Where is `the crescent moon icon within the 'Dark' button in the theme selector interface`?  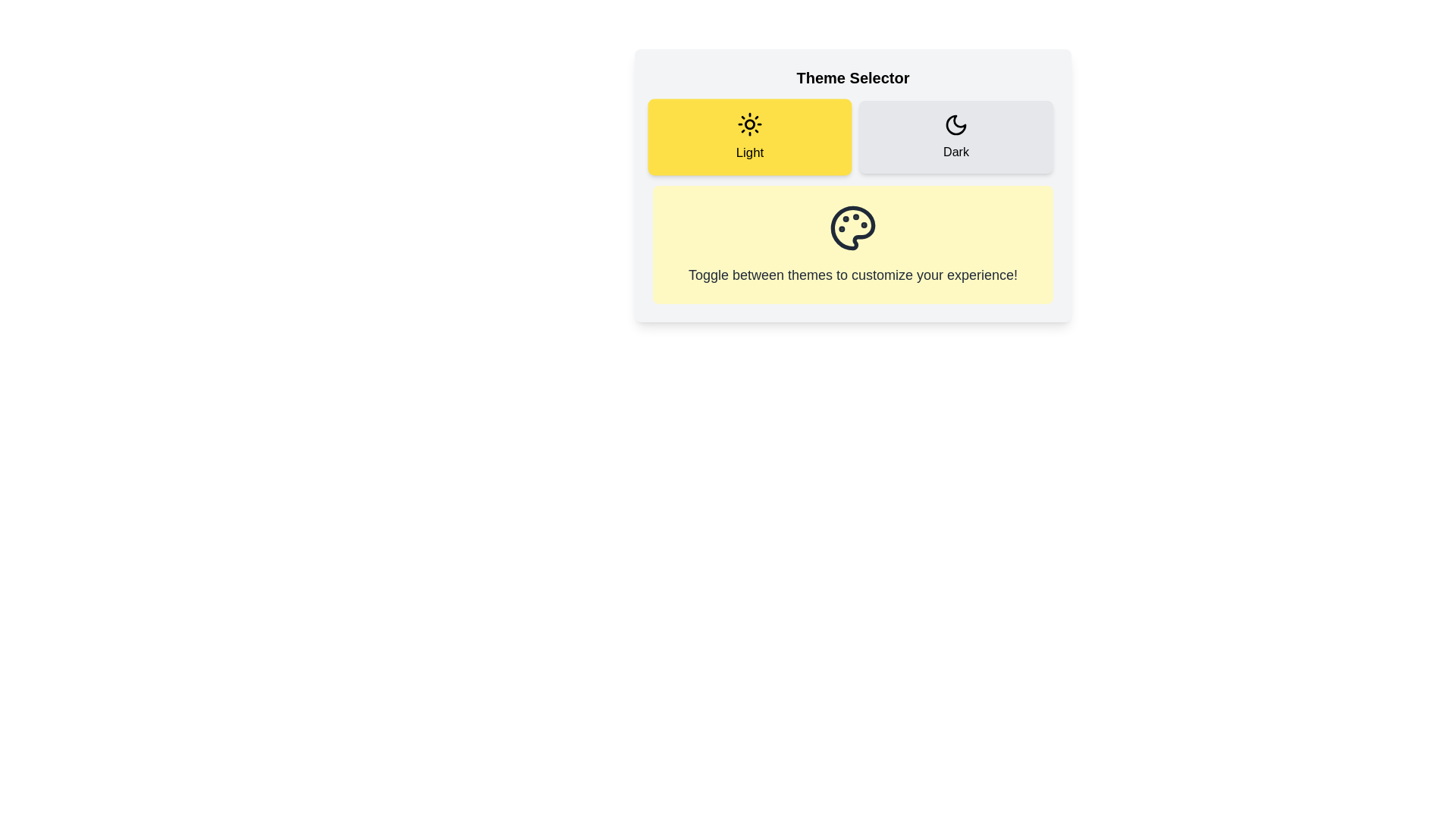
the crescent moon icon within the 'Dark' button in the theme selector interface is located at coordinates (955, 124).